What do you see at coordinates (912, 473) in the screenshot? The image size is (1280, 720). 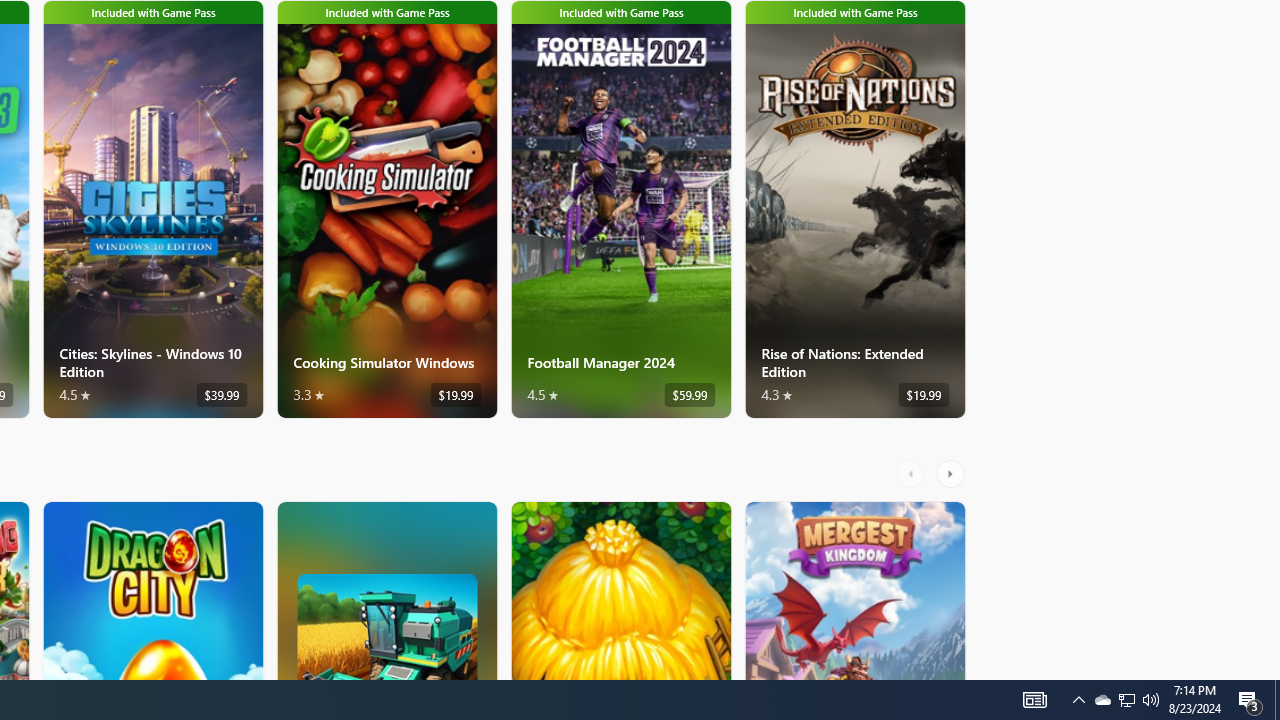 I see `'AutomationID: LeftScrollButton'` at bounding box center [912, 473].